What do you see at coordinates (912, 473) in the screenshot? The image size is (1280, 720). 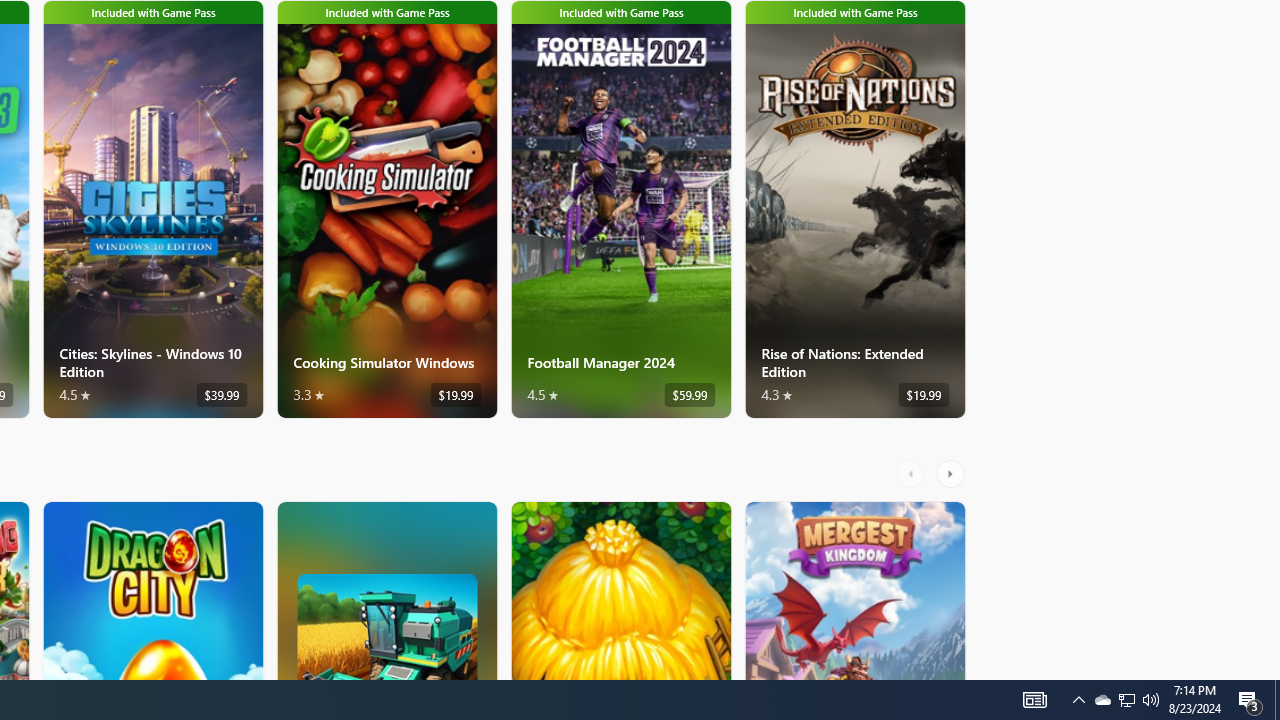 I see `'AutomationID: LeftScrollButton'` at bounding box center [912, 473].